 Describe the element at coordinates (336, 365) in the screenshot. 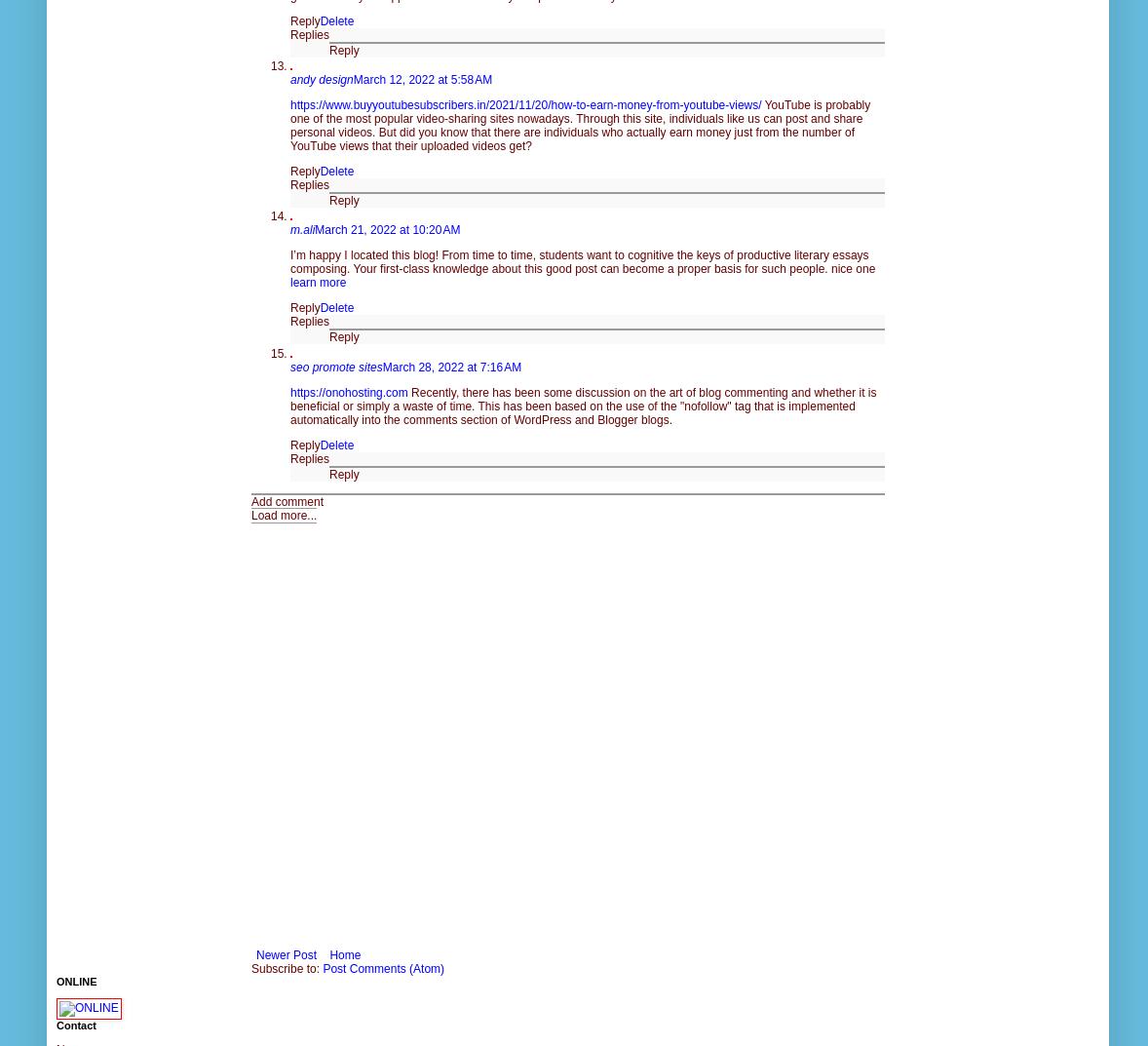

I see `'seo promote sites'` at that location.